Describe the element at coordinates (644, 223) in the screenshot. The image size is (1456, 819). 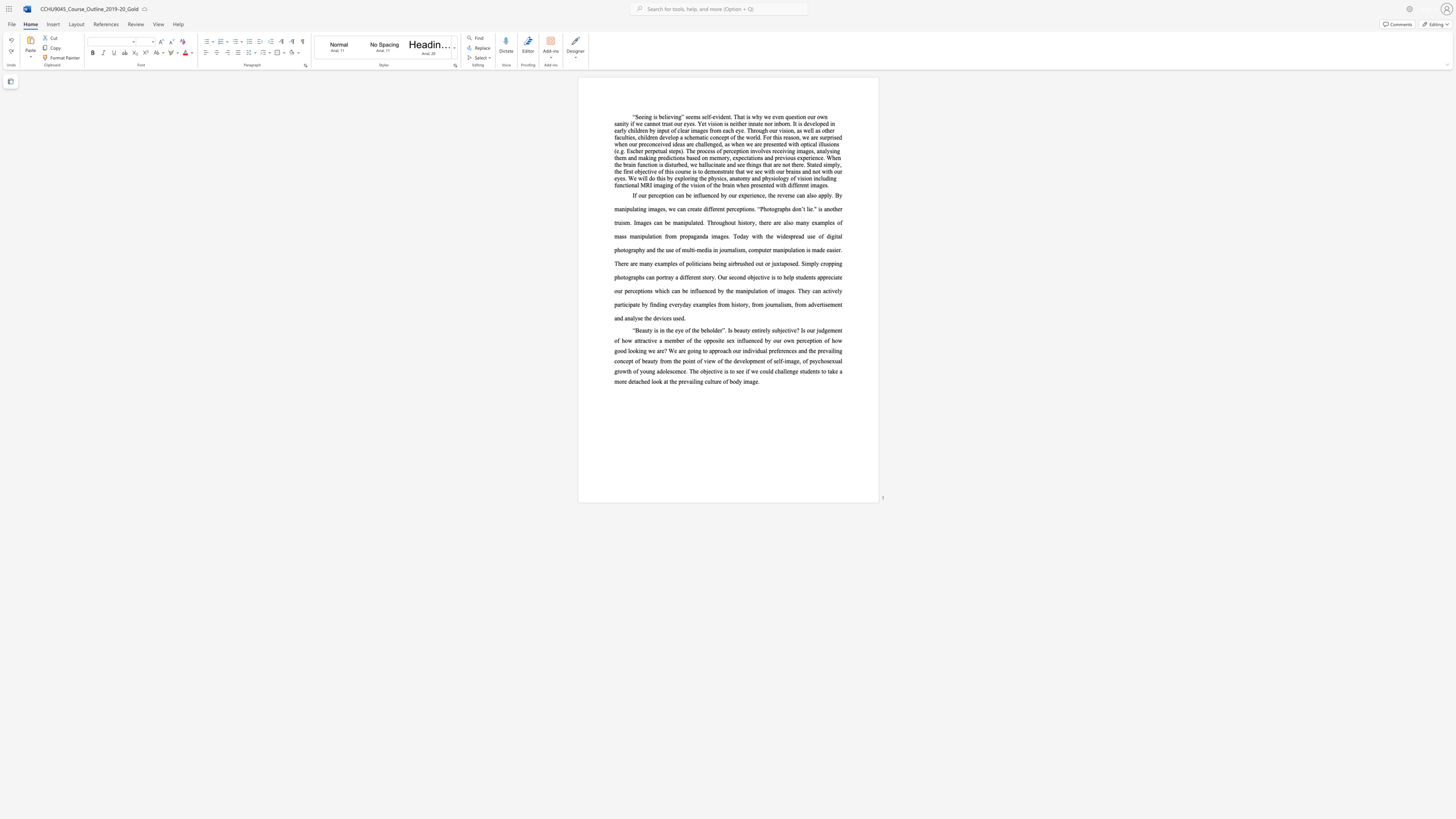
I see `the 4th character "g" in the text` at that location.